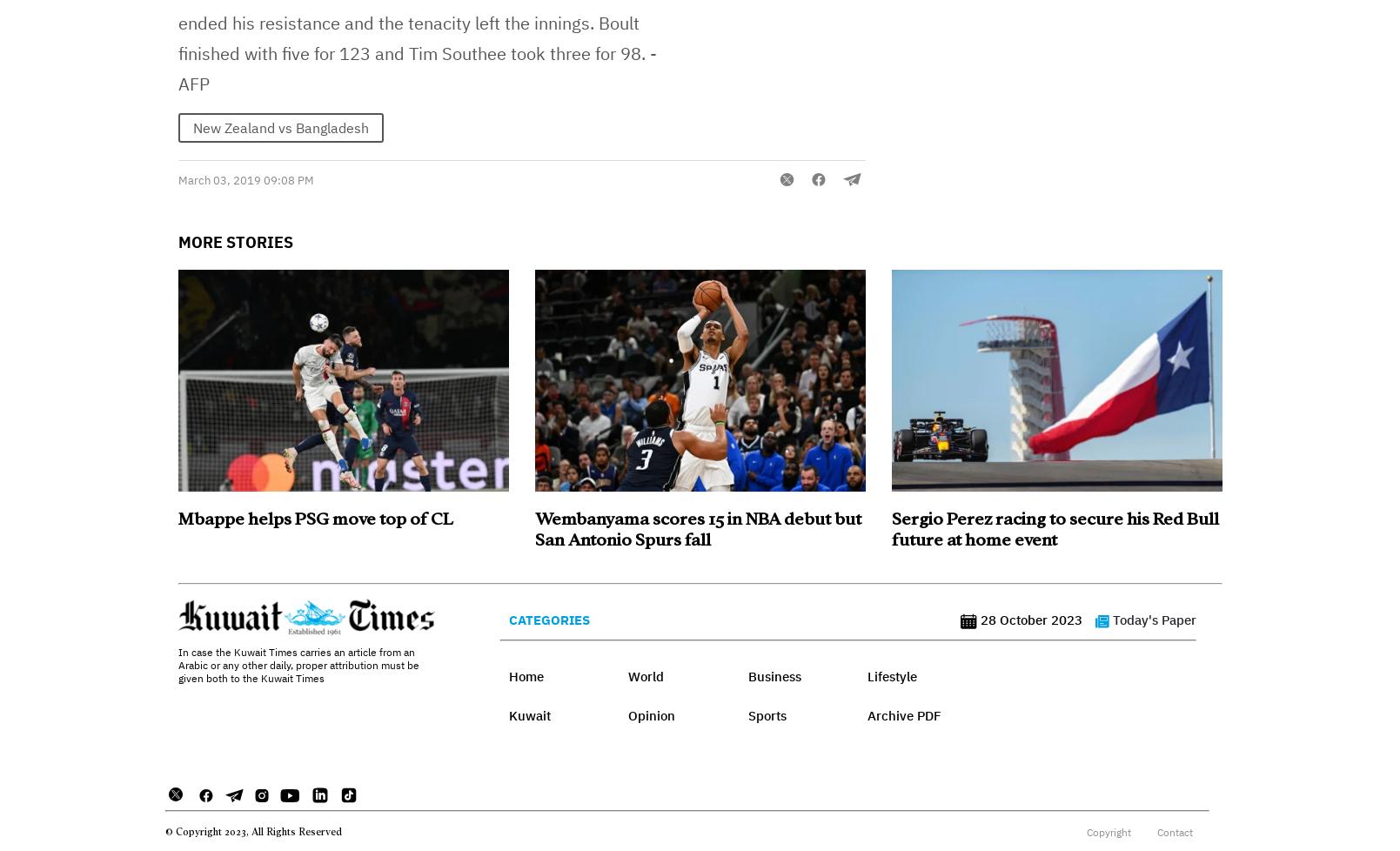 This screenshot has width=1400, height=851. I want to click on 'Archive PDF', so click(903, 714).